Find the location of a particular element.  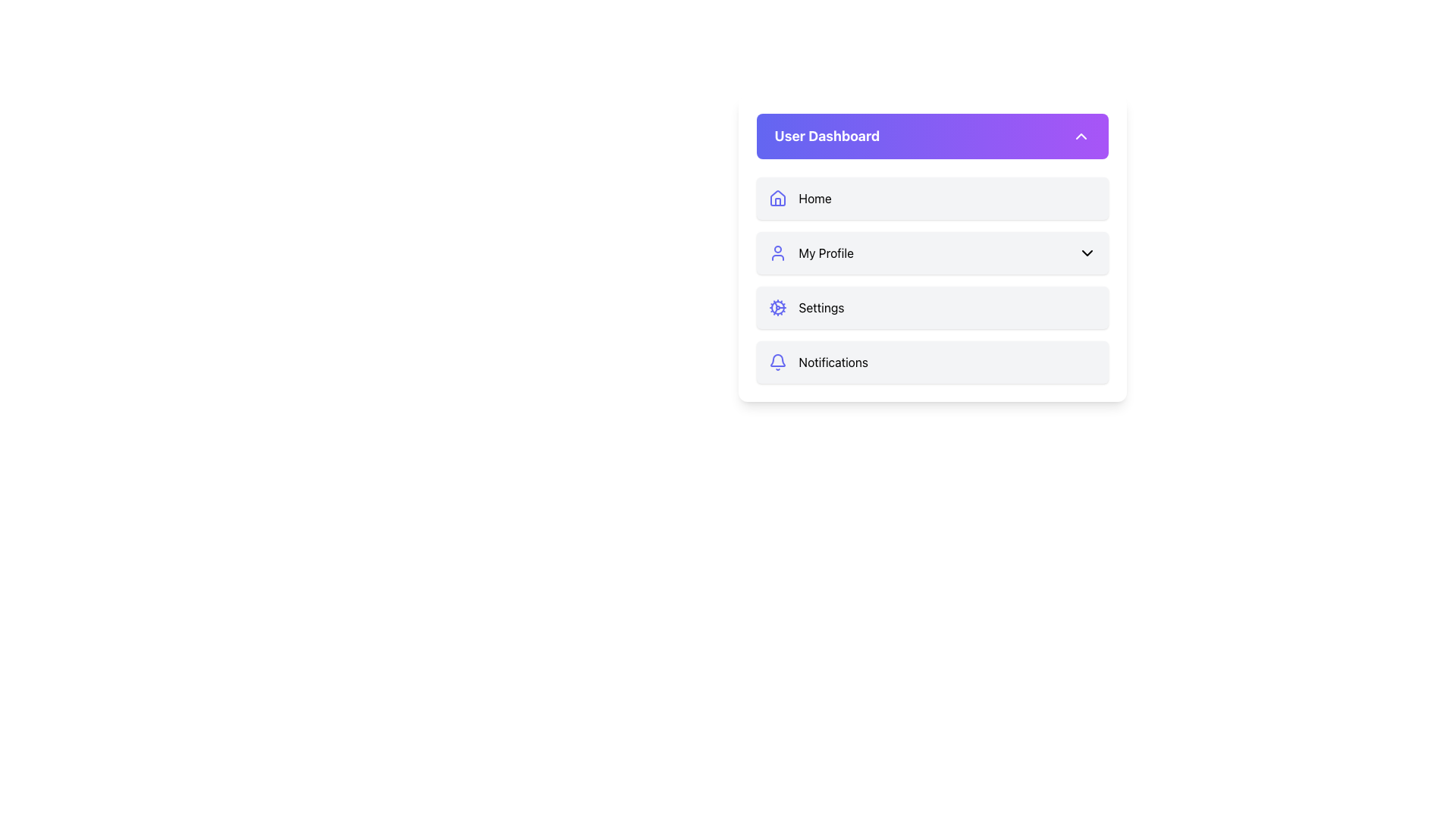

the 'Home' menu icon located in the User Dashboard is located at coordinates (777, 197).